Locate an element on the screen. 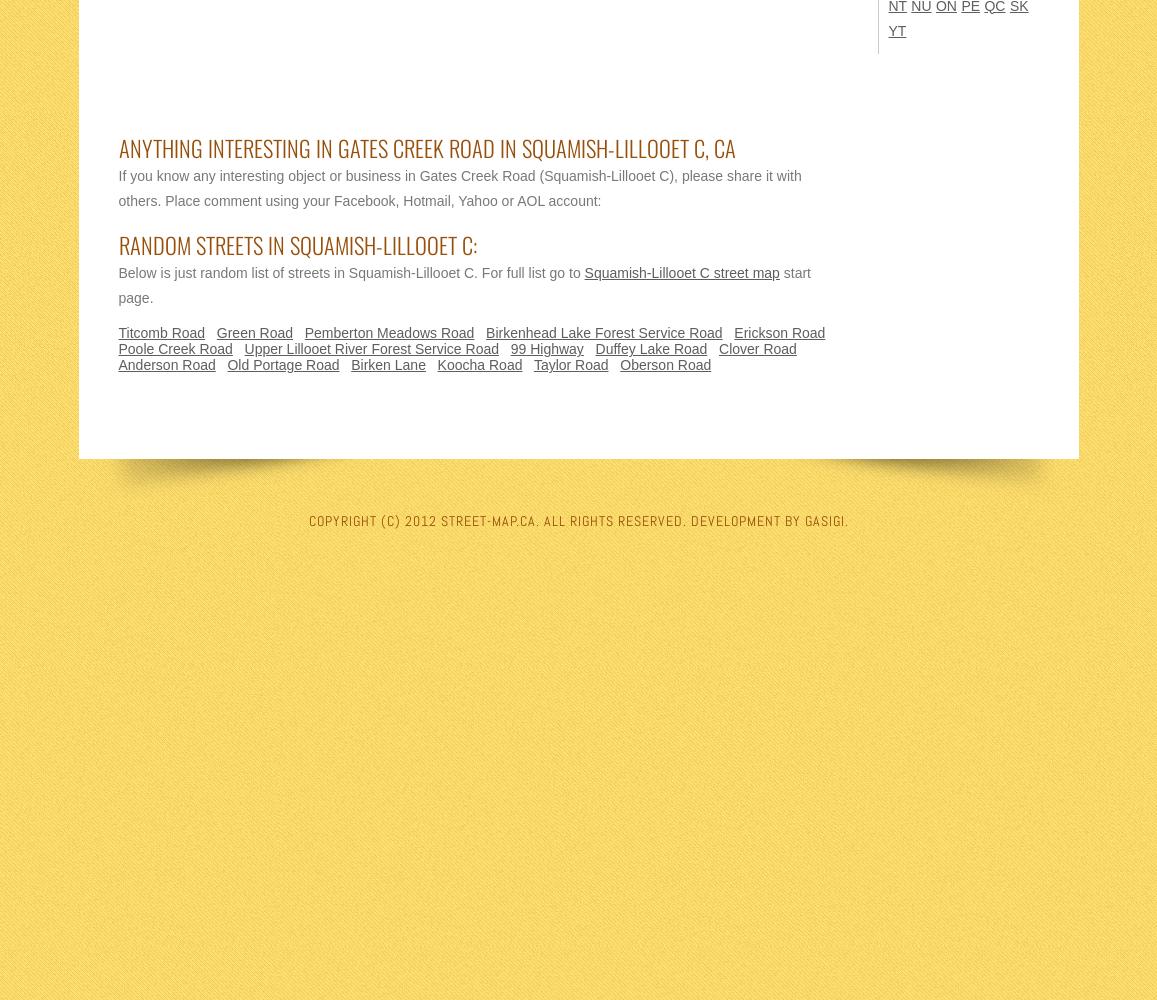  'Poole Creek Road' is located at coordinates (174, 348).